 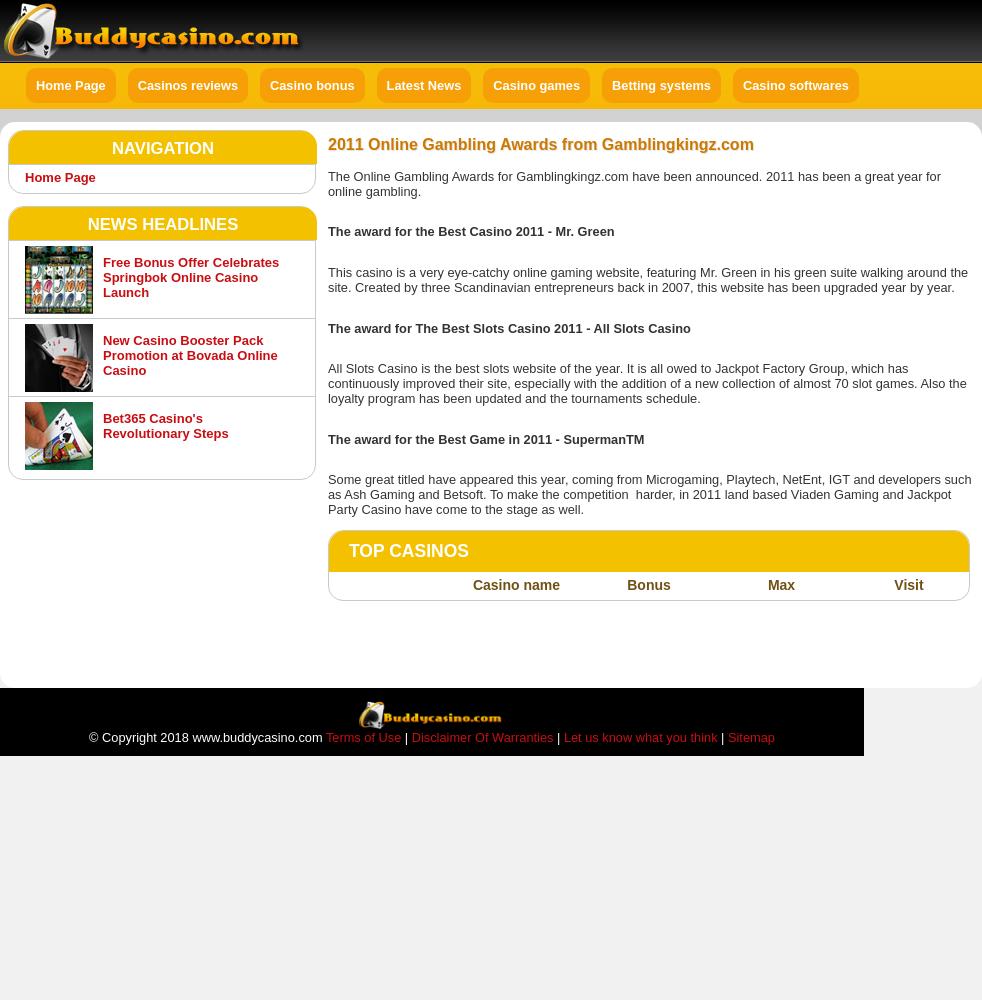 What do you see at coordinates (539, 144) in the screenshot?
I see `'2011 Online Gambling Awards from Gamblingkingz.com'` at bounding box center [539, 144].